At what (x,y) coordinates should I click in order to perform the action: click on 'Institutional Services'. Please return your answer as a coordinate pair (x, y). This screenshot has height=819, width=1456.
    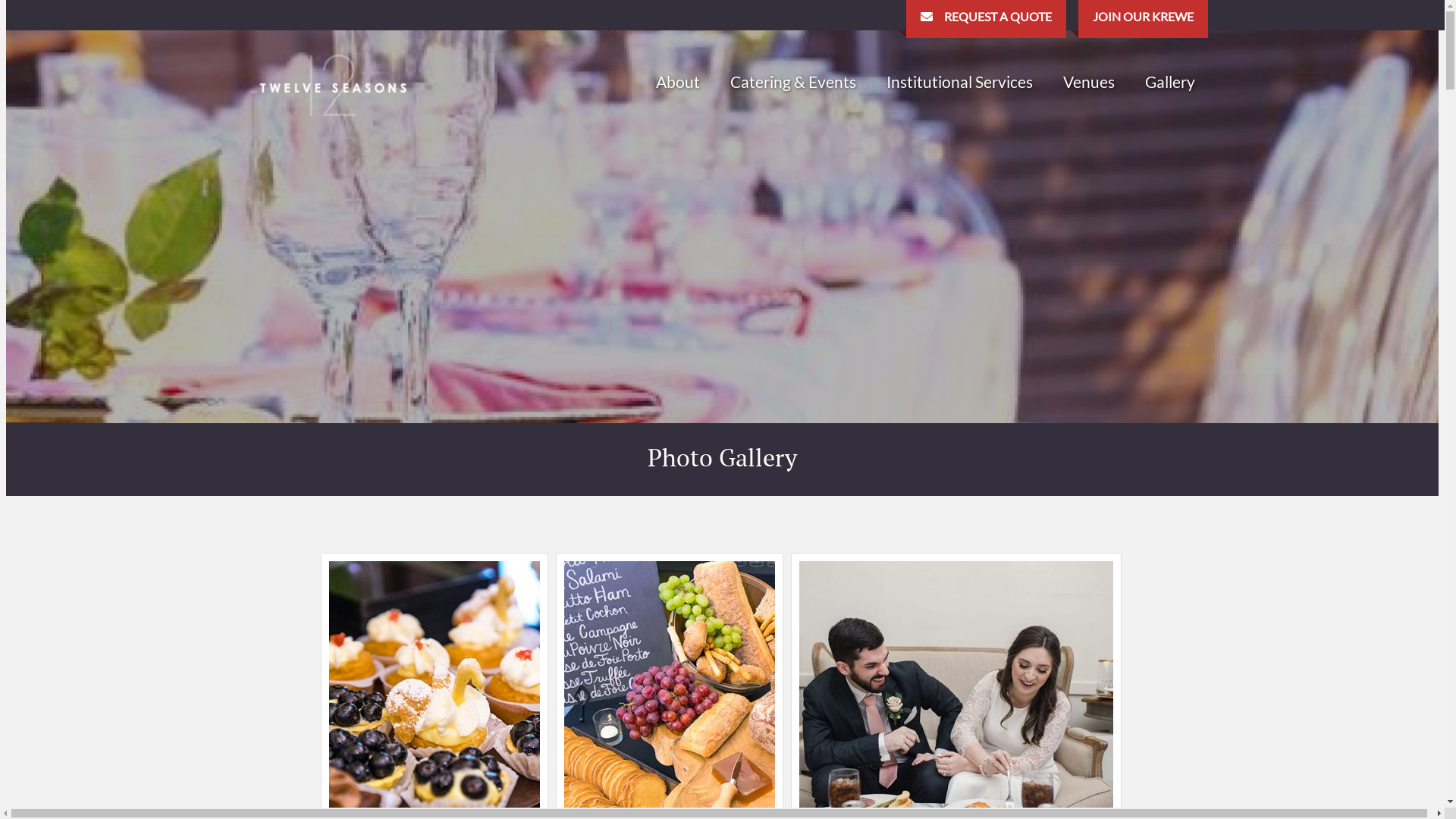
    Looking at the image, I should click on (958, 82).